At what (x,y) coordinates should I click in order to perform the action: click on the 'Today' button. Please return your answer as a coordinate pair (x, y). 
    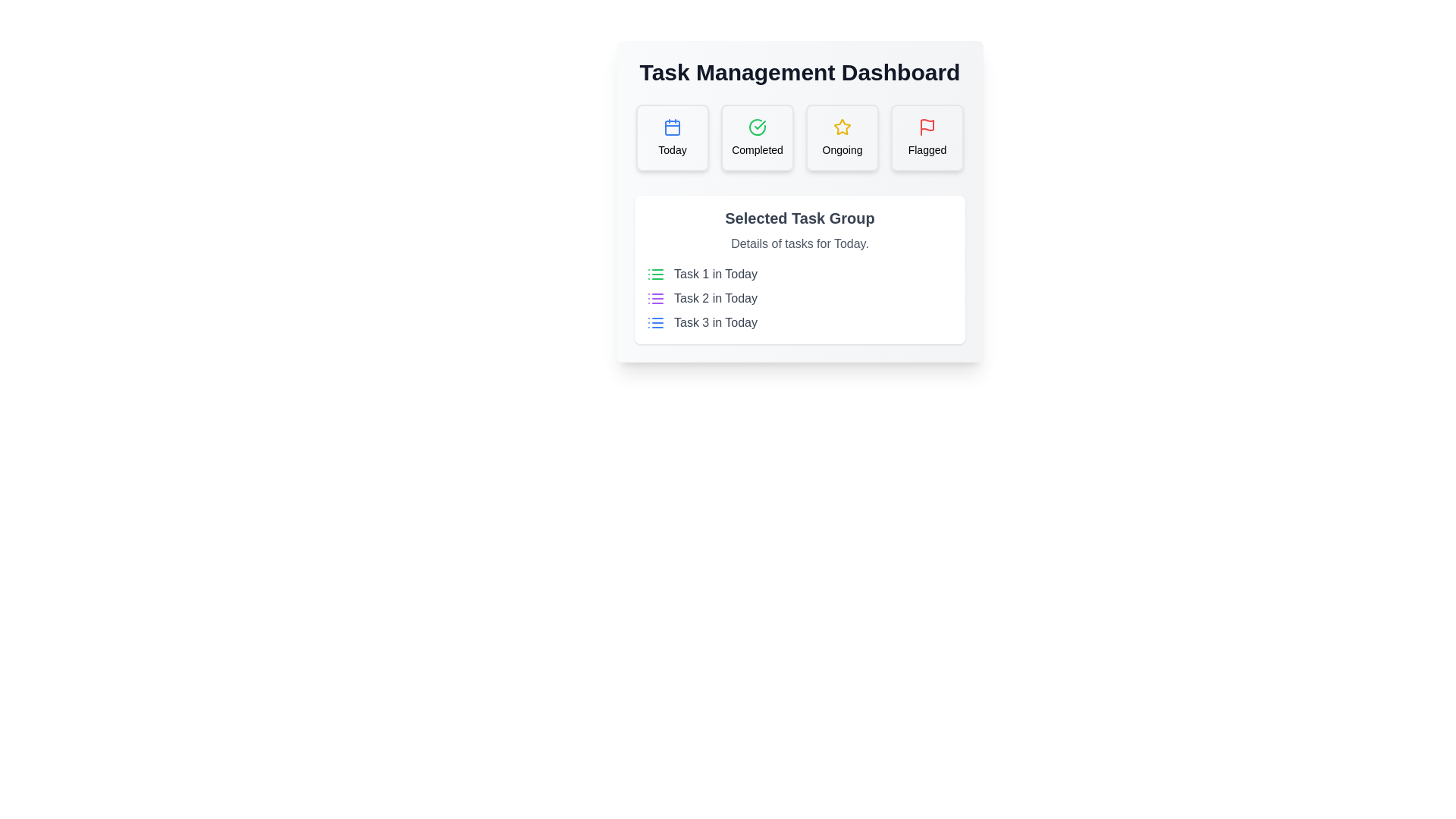
    Looking at the image, I should click on (672, 137).